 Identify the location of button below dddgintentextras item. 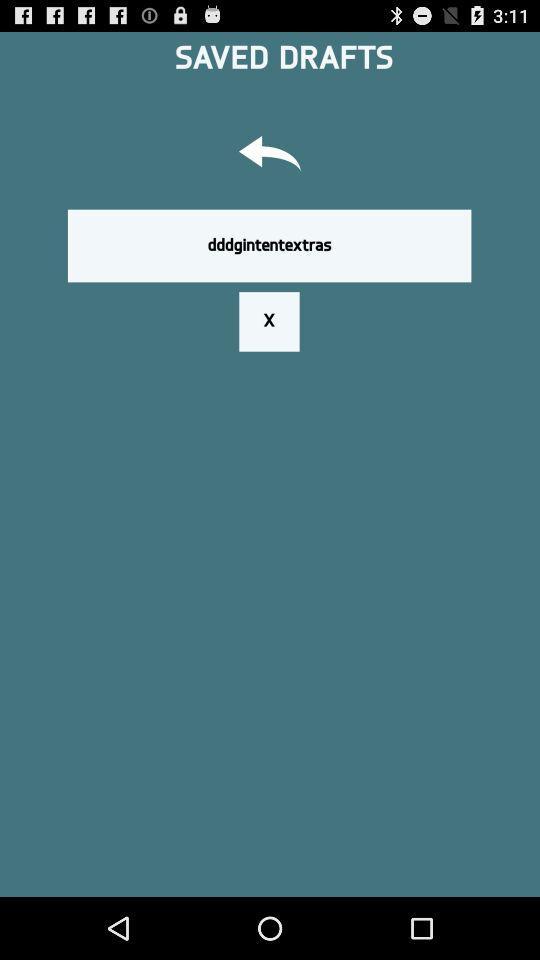
(269, 321).